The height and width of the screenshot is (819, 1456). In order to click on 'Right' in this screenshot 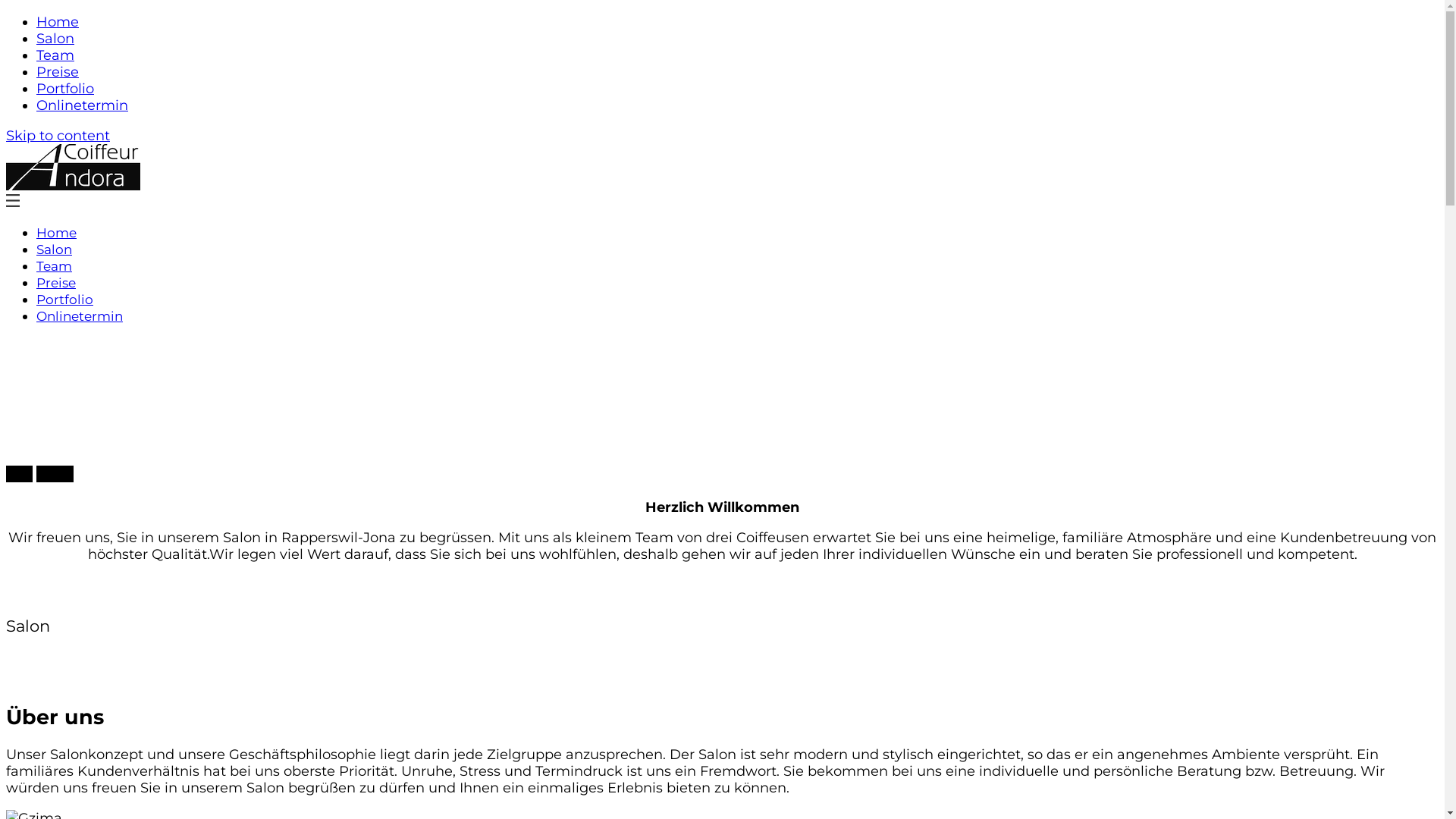, I will do `click(55, 472)`.